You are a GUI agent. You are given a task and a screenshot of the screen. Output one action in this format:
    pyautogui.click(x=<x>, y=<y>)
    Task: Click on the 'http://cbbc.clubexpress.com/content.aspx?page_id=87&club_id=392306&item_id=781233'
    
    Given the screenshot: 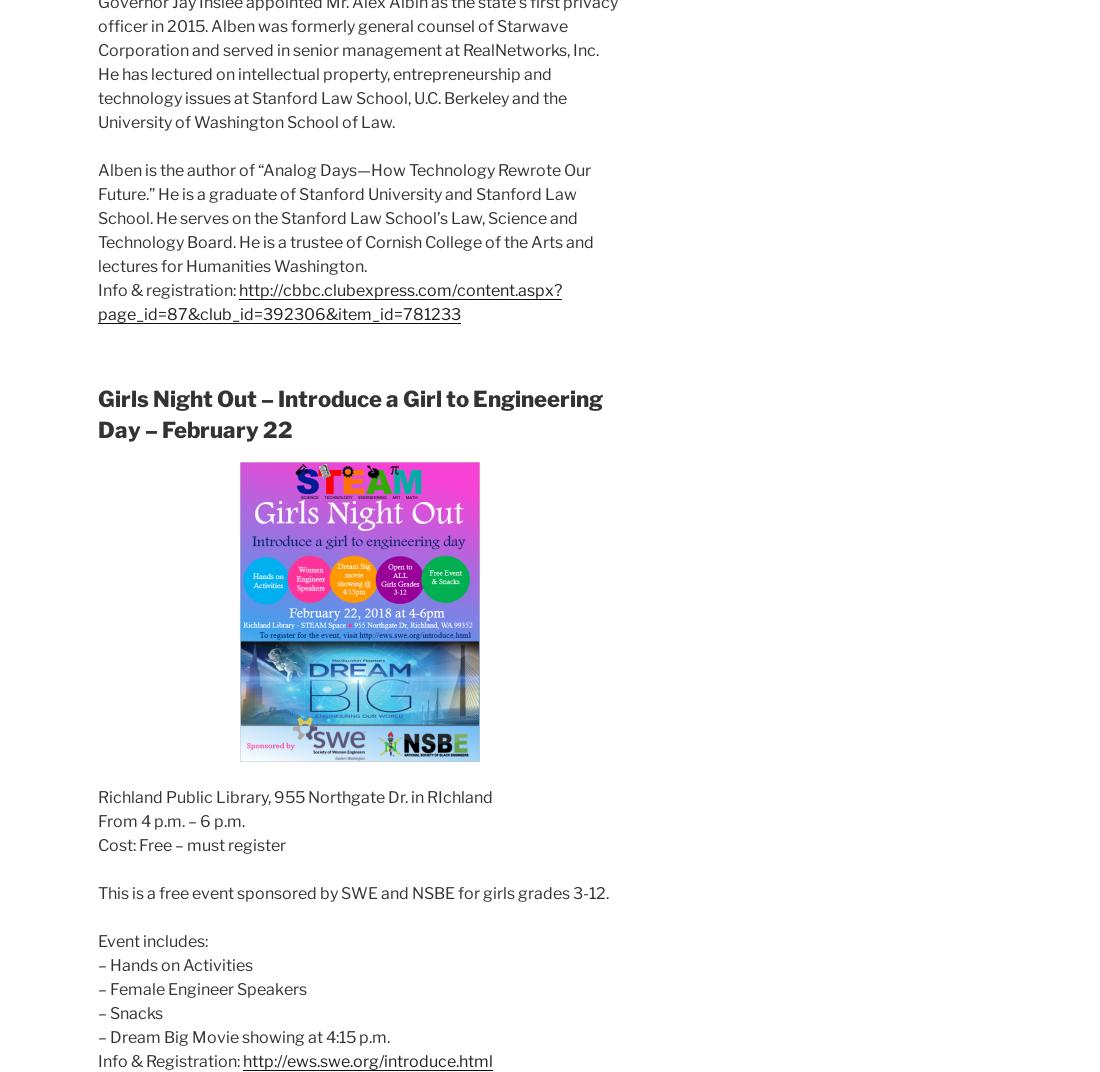 What is the action you would take?
    pyautogui.click(x=98, y=300)
    